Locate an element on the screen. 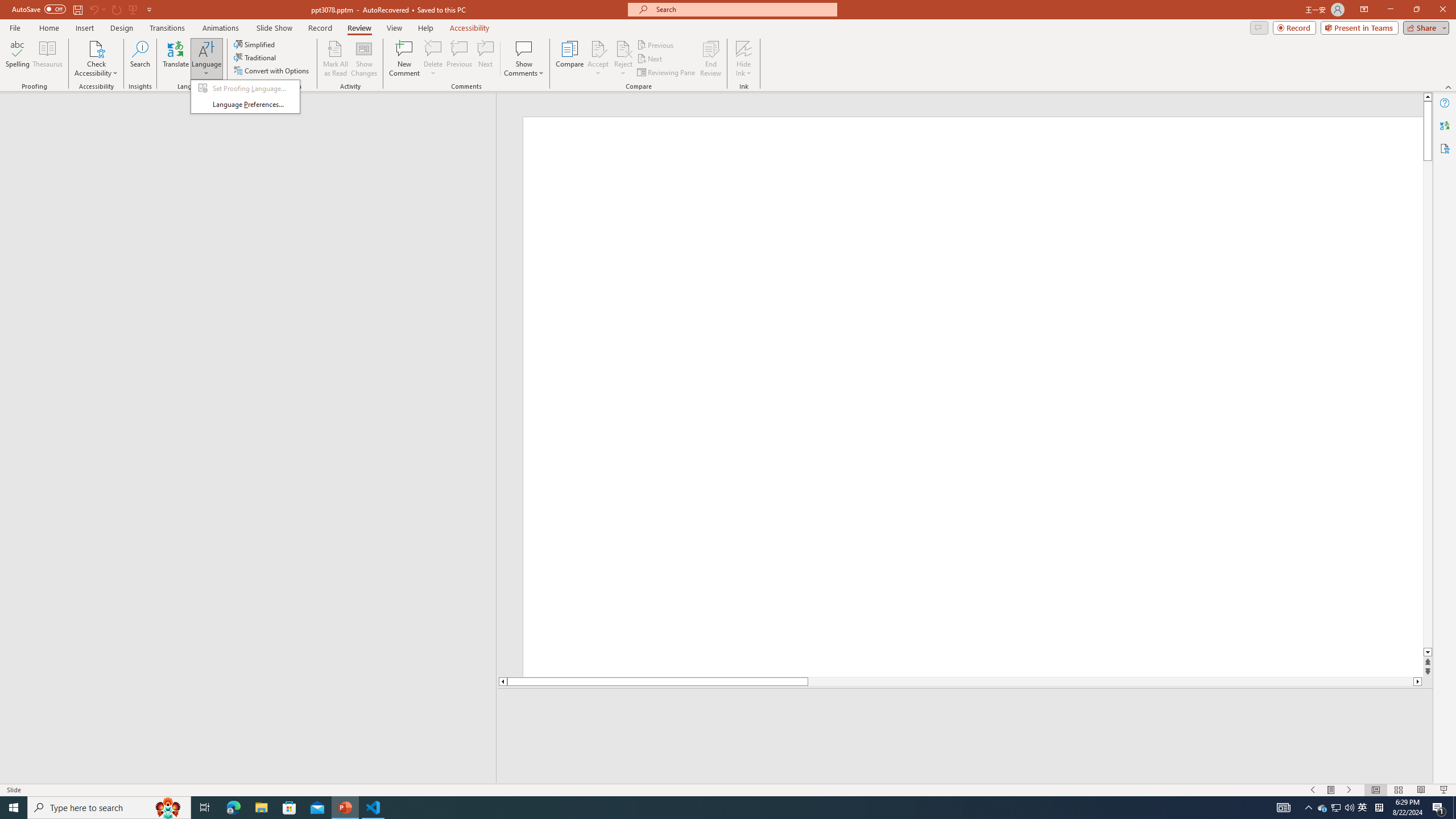  'Next' is located at coordinates (650, 59).